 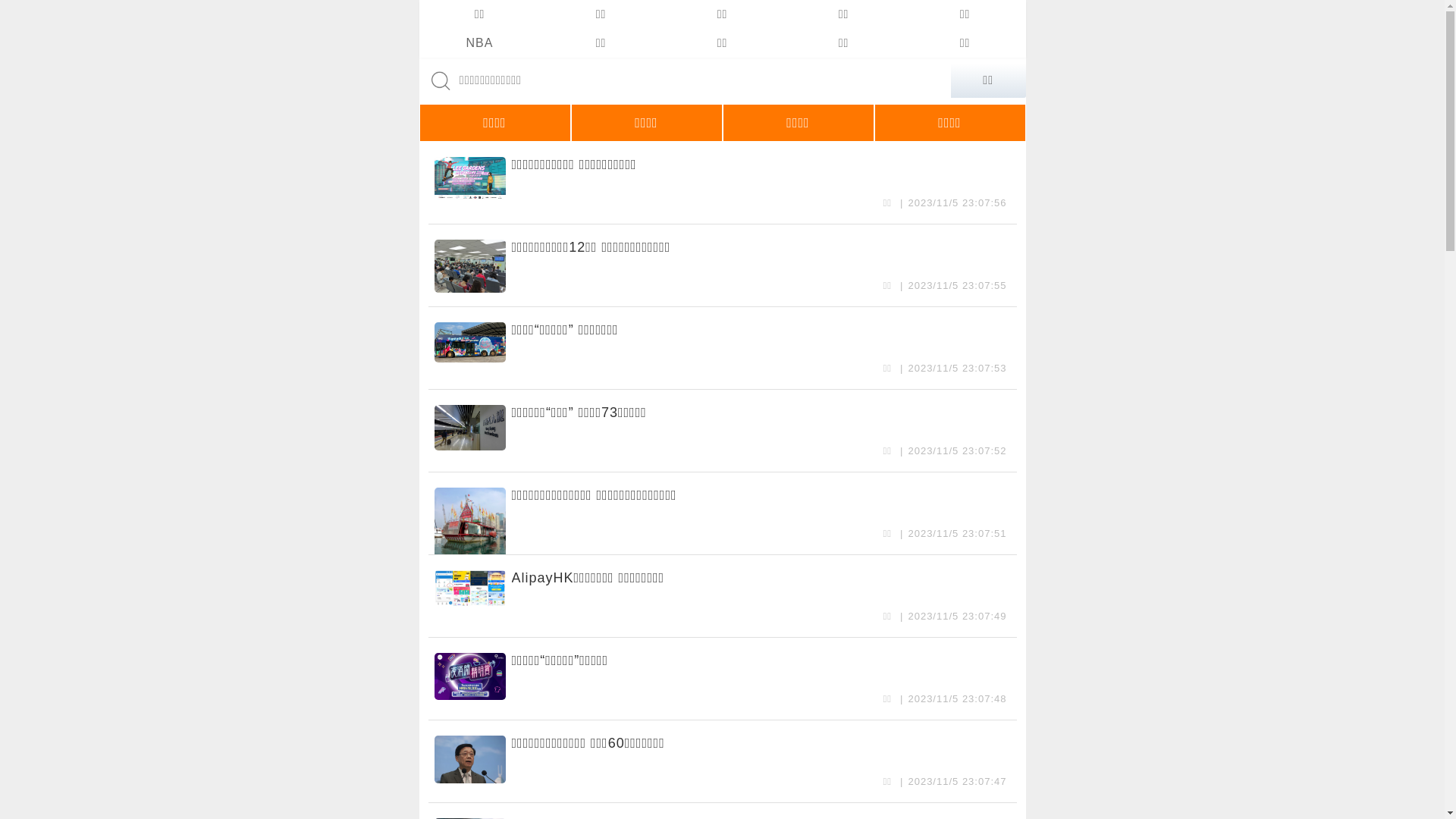 What do you see at coordinates (419, 42) in the screenshot?
I see `'NBA'` at bounding box center [419, 42].